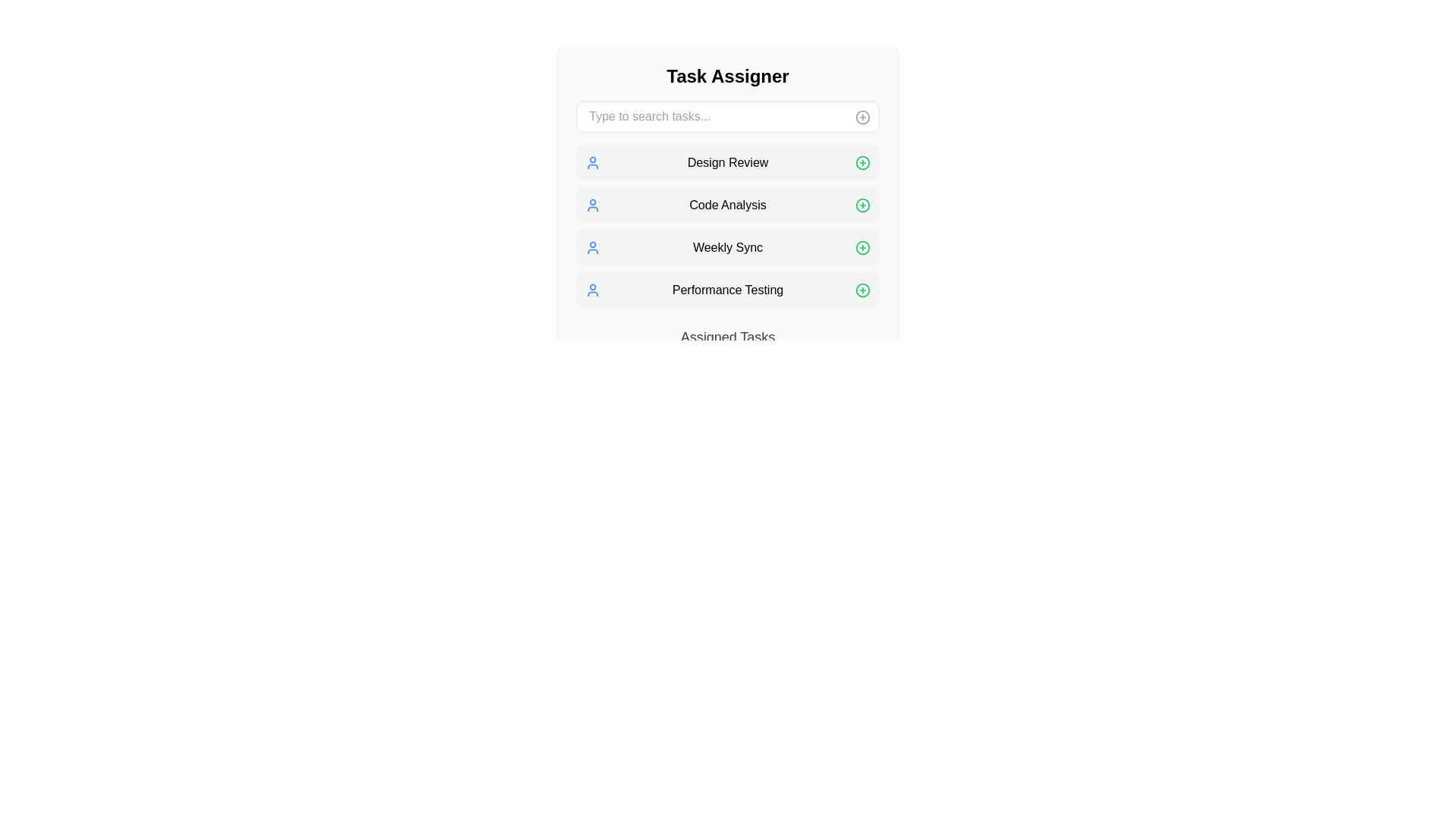  I want to click on the SVG Circle graphic element located at the upper right corner of the search input field, which signifies additional functionality related to searching or adding tasks, so click(862, 116).